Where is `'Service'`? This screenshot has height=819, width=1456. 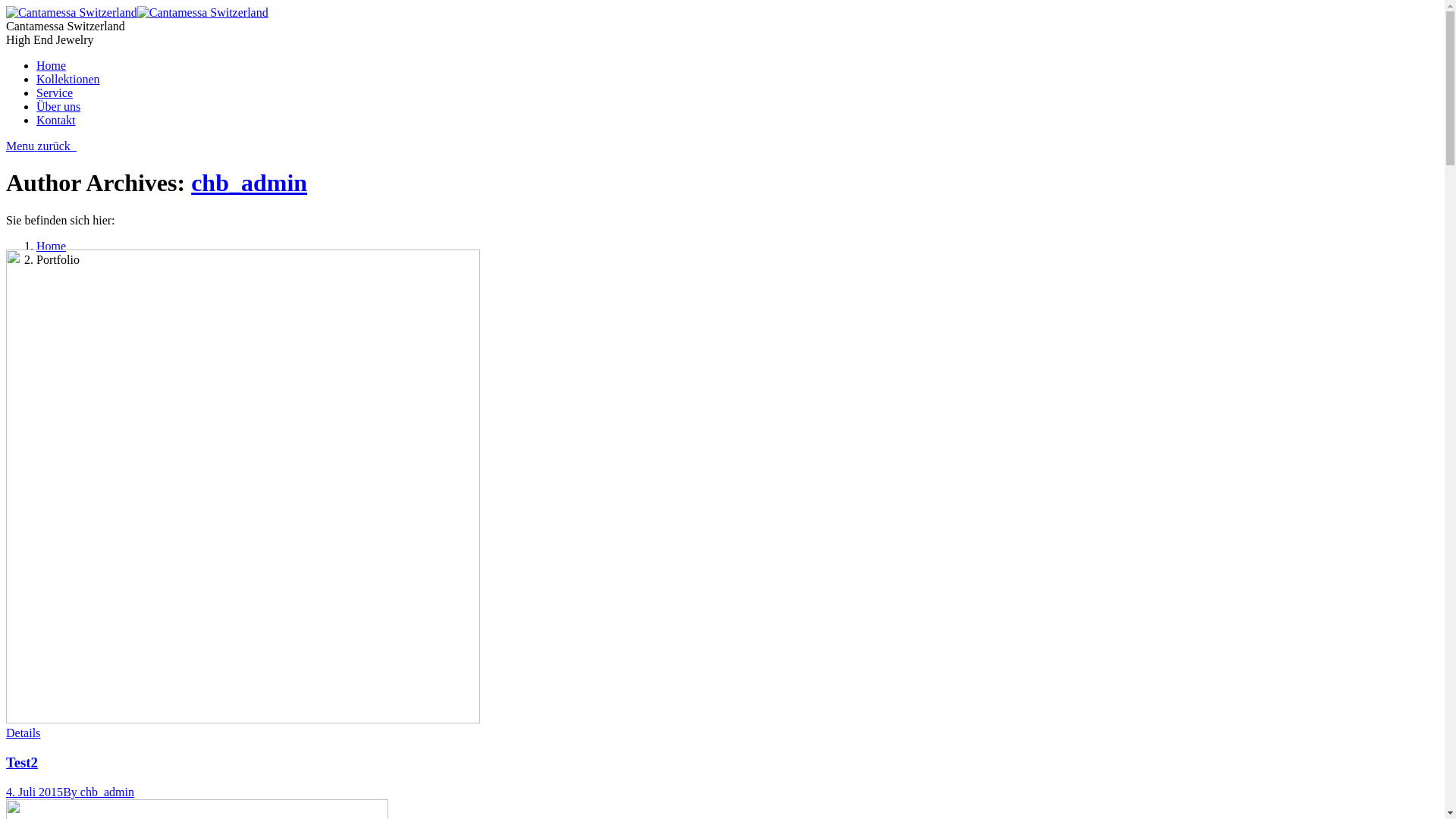 'Service' is located at coordinates (55, 93).